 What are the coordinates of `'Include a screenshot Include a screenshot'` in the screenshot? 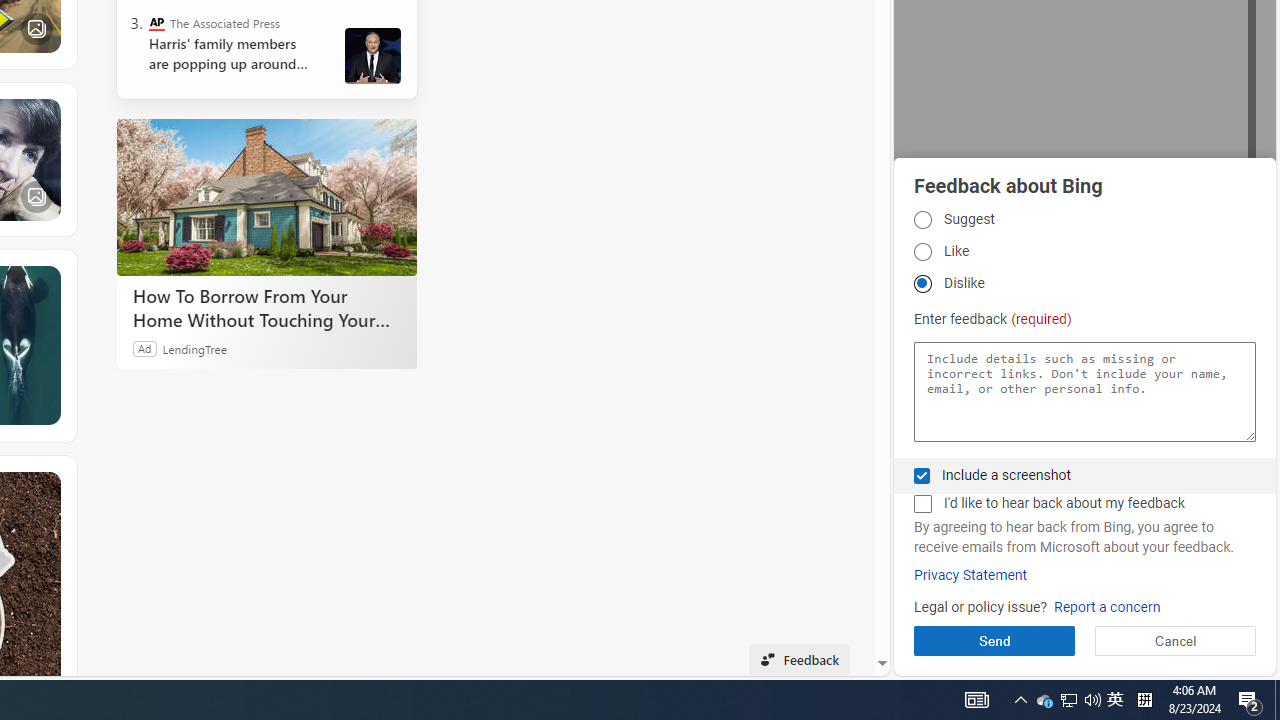 It's located at (921, 475).